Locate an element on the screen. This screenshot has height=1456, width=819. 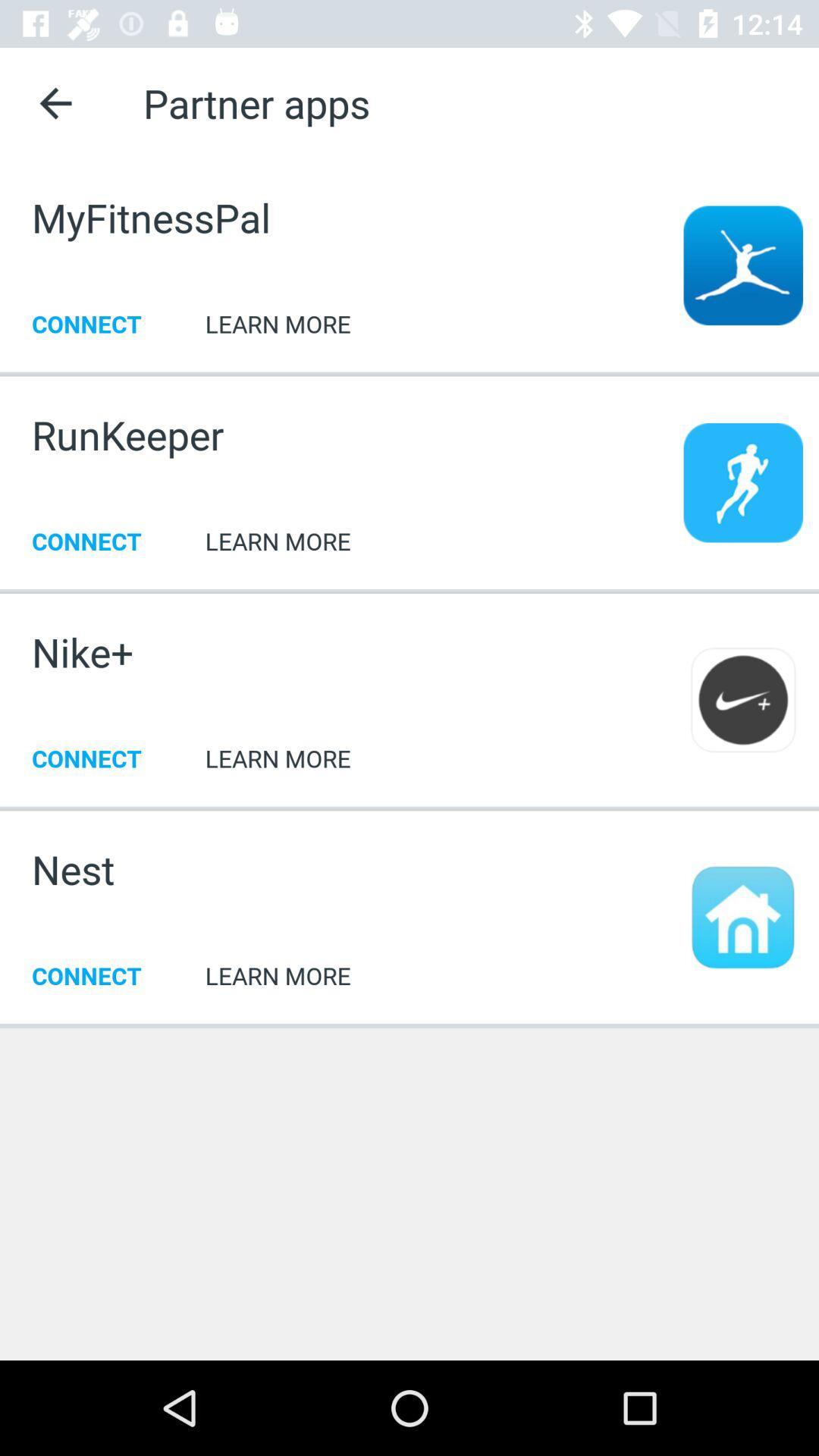
the runkeeper is located at coordinates (127, 434).